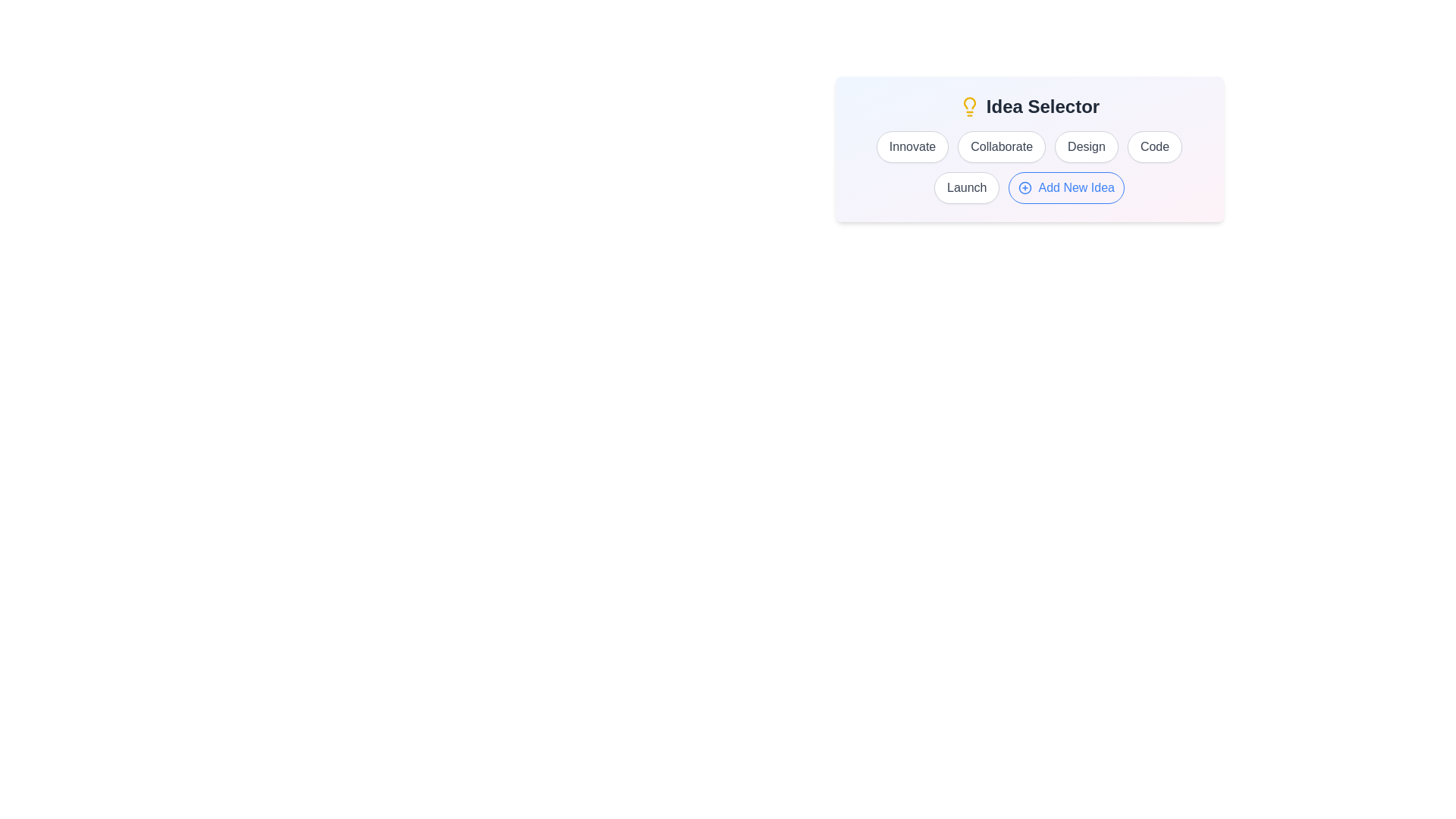 This screenshot has height=819, width=1456. I want to click on the idea labeled Innovate to select it, so click(912, 146).